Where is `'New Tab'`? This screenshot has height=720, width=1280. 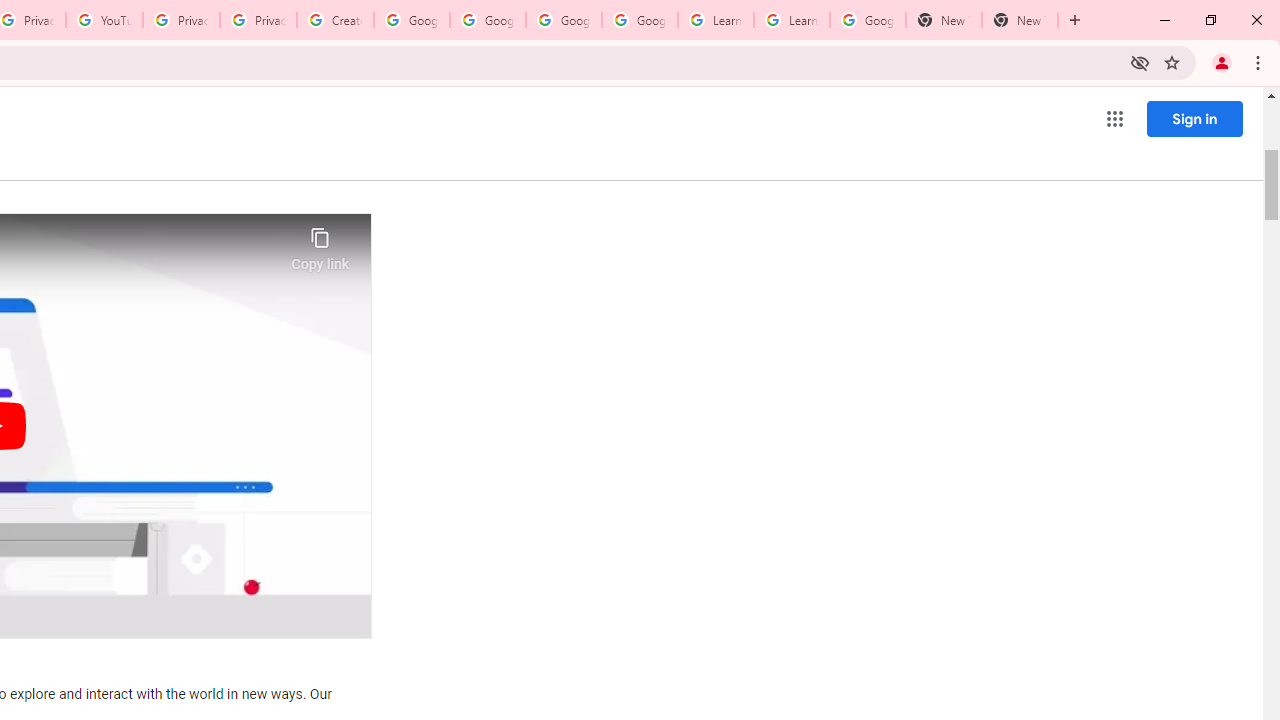 'New Tab' is located at coordinates (943, 20).